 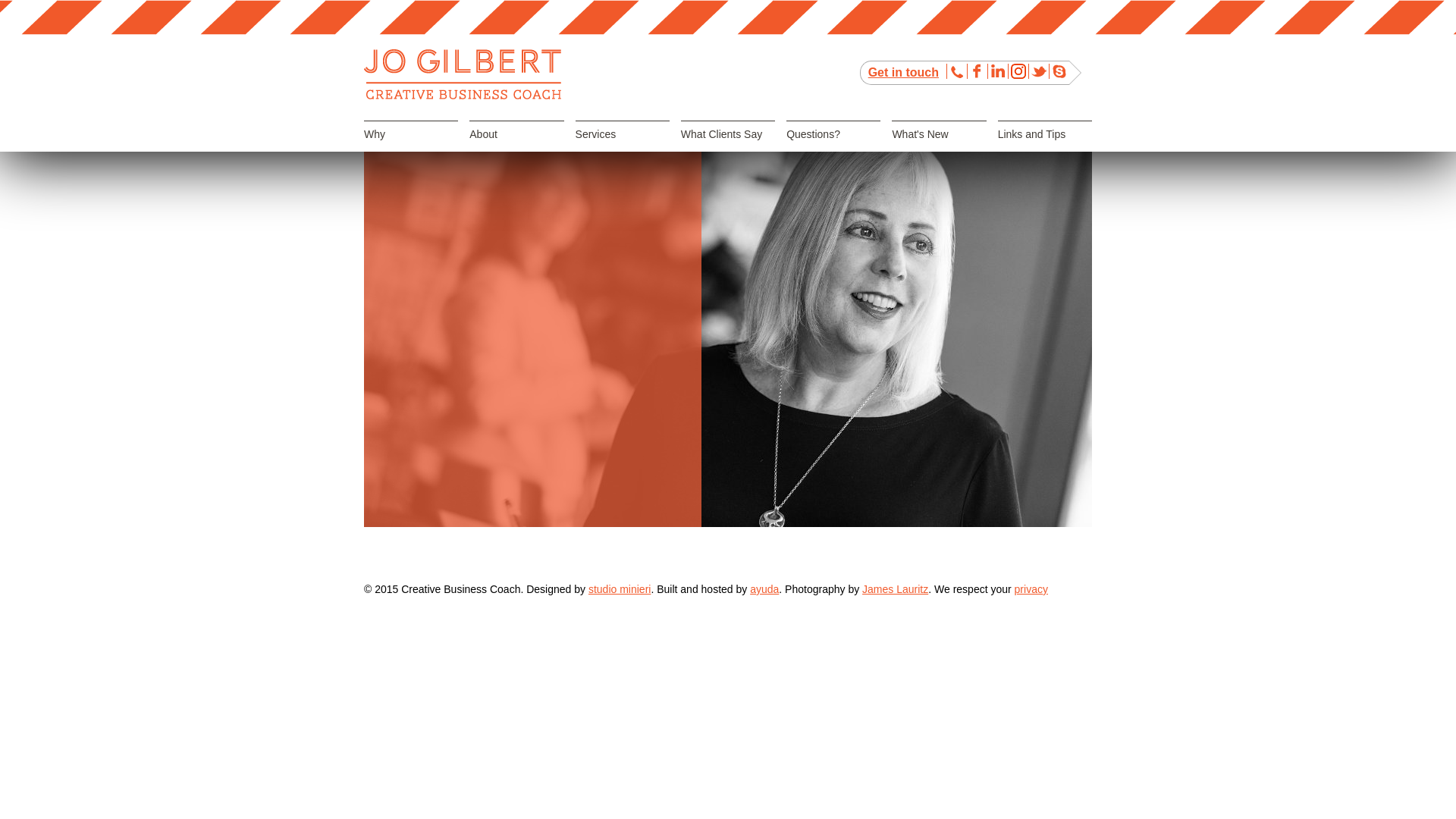 I want to click on 'Links and Tips', so click(x=1043, y=148).